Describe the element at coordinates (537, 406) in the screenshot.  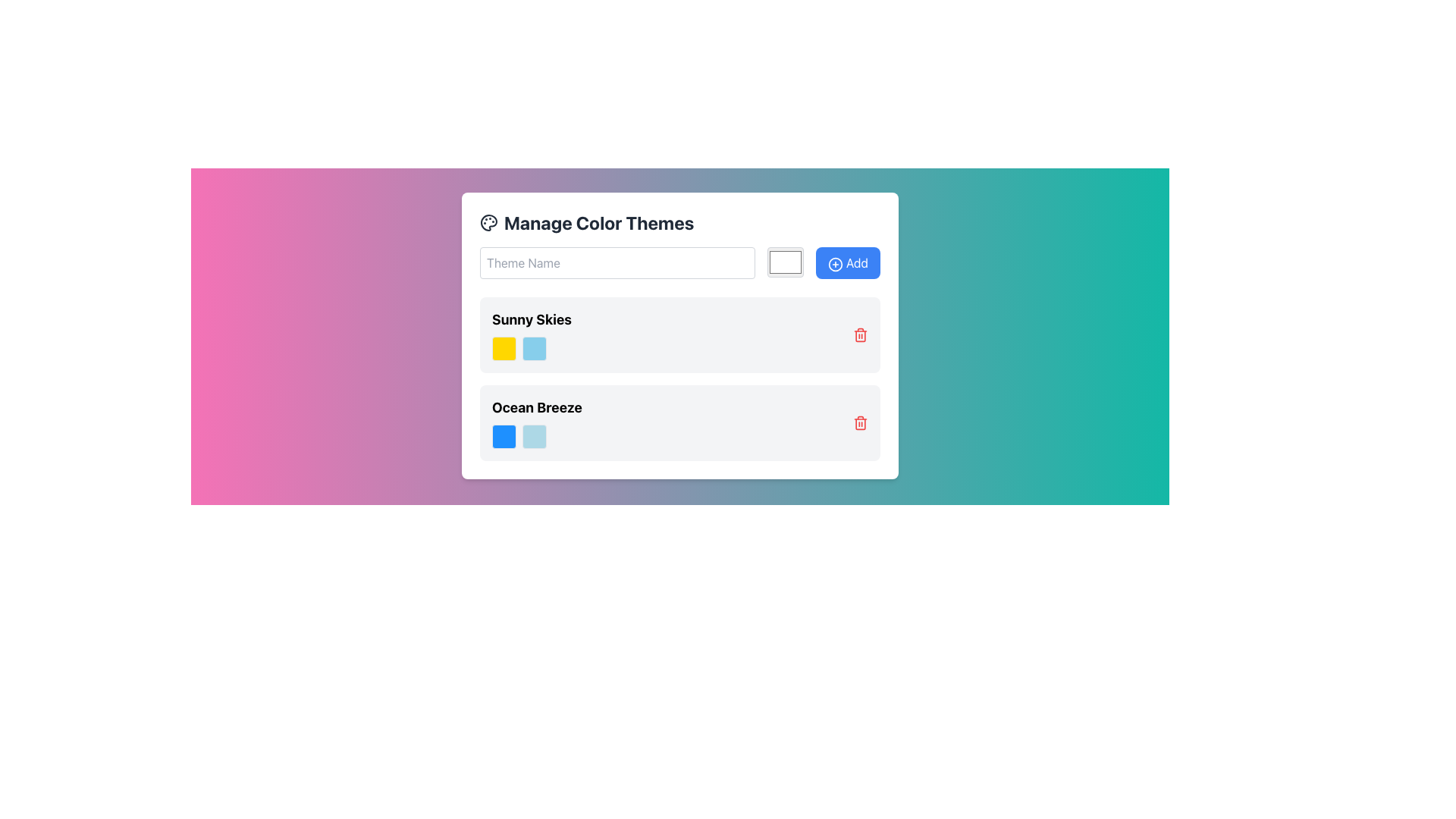
I see `text content of the 'Ocean Breeze' Text Label, which serves as the title for a color theme within the theme list` at that location.